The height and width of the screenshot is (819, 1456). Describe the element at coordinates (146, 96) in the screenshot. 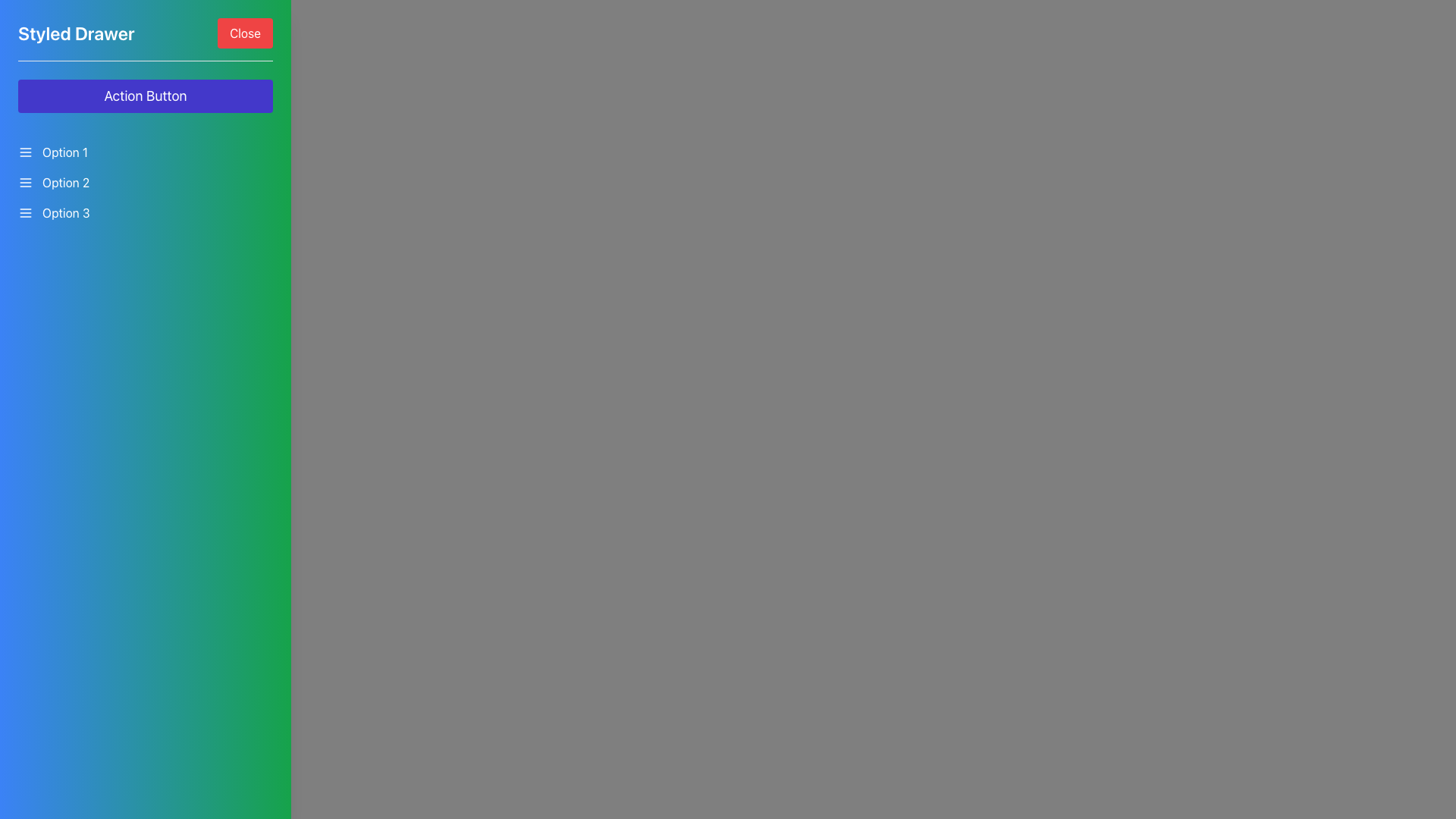

I see `the rectangular button with a purple background and white text reading 'Action Button'` at that location.